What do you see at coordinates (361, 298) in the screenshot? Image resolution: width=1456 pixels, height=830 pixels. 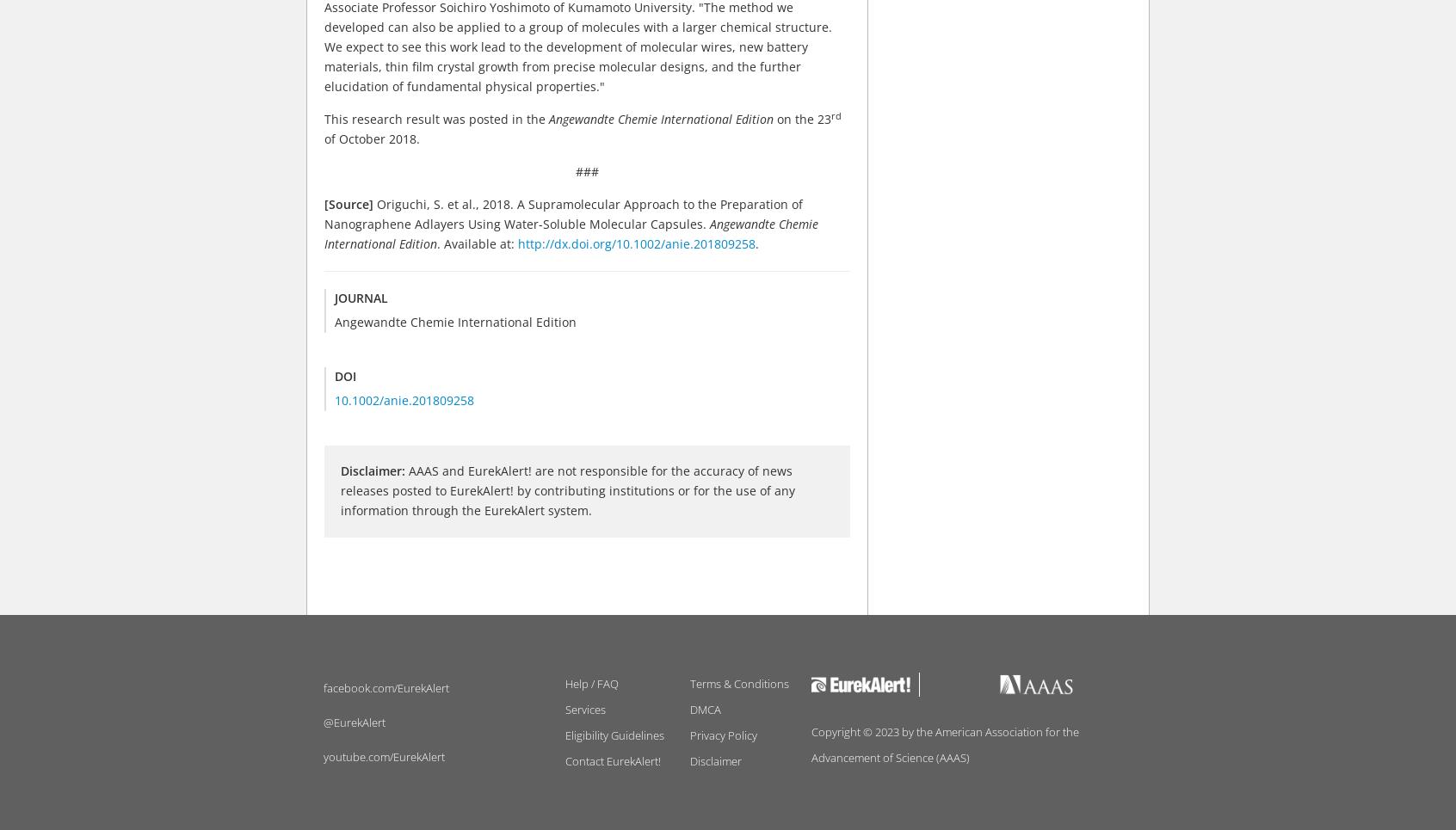 I see `'Journal'` at bounding box center [361, 298].